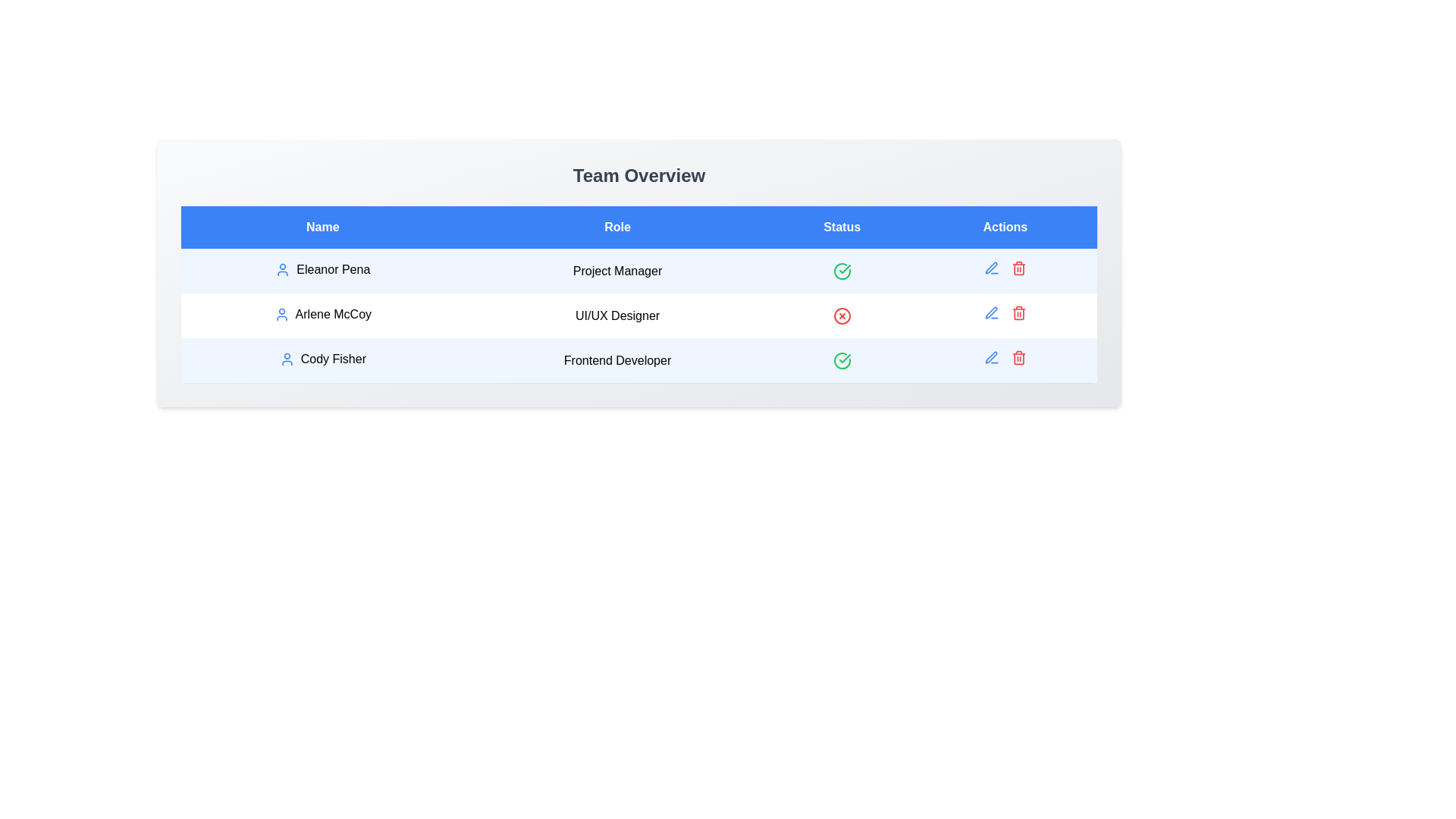 The height and width of the screenshot is (819, 1456). What do you see at coordinates (287, 359) in the screenshot?
I see `the user profile icon for 'Cody Fisher' located to the left of the text within the last row of the 'Team Overview' tabular layout` at bounding box center [287, 359].